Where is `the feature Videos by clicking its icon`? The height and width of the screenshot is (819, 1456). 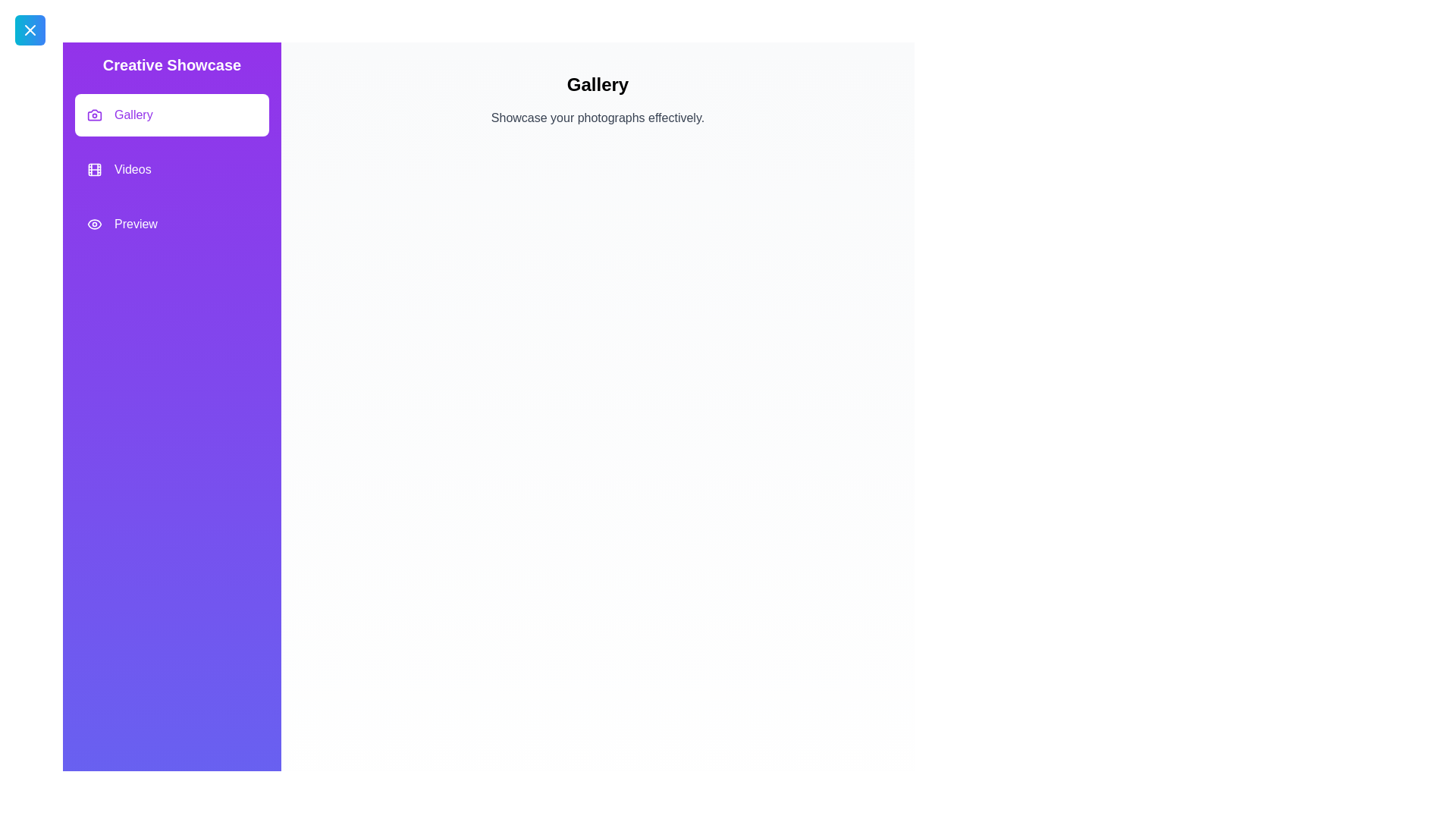
the feature Videos by clicking its icon is located at coordinates (93, 169).